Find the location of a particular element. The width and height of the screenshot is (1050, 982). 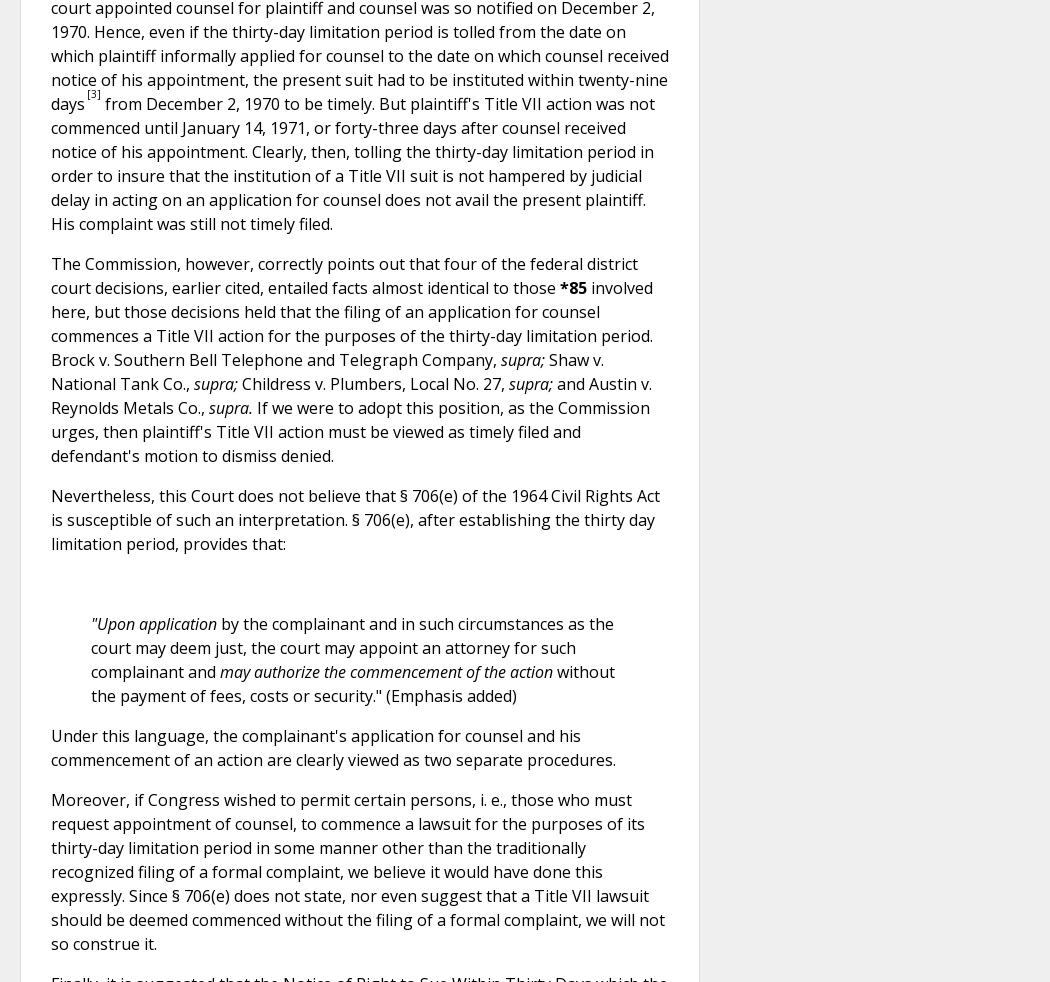

'may authorize the commencement of the action' is located at coordinates (386, 670).